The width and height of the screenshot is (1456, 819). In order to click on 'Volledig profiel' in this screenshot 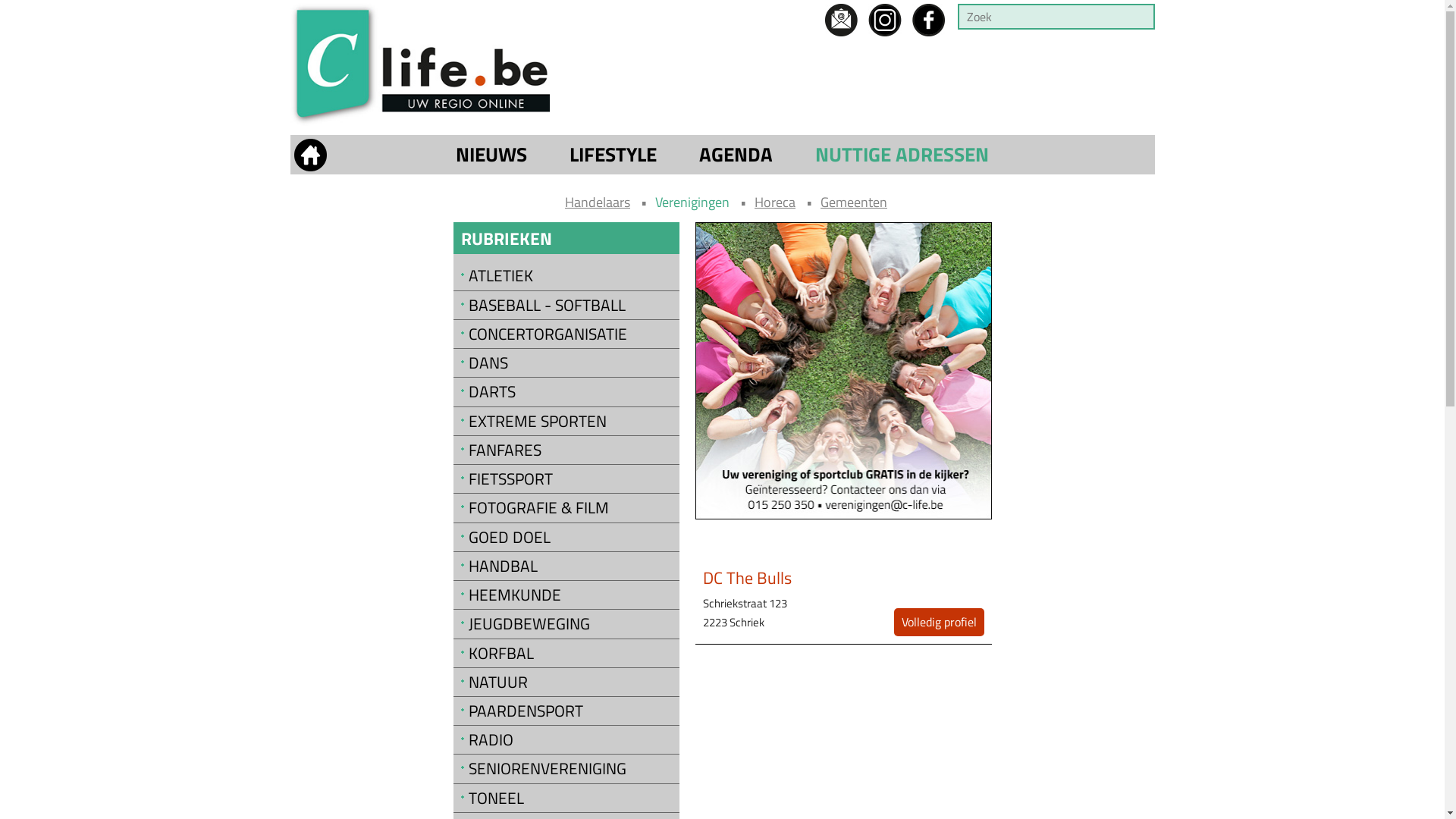, I will do `click(937, 622)`.